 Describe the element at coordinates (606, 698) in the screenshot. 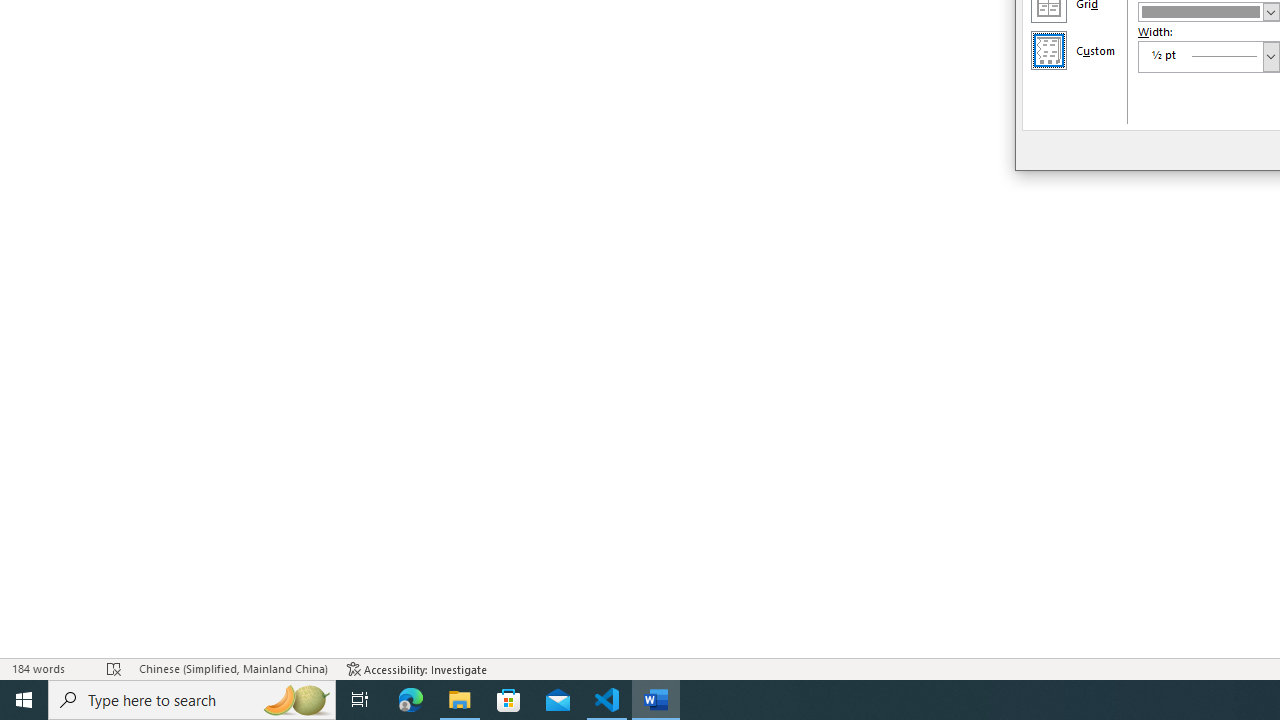

I see `'Visual Studio Code - 1 running window'` at that location.